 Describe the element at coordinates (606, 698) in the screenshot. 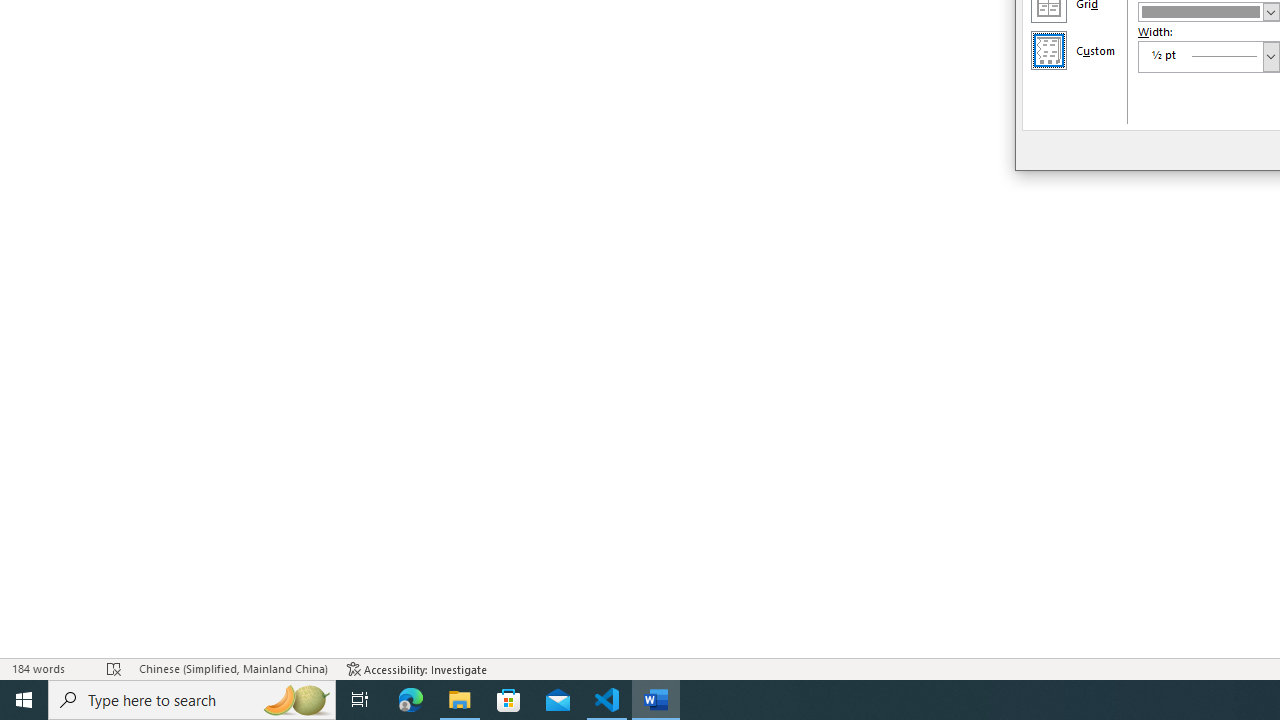

I see `'Visual Studio Code - 1 running window'` at that location.